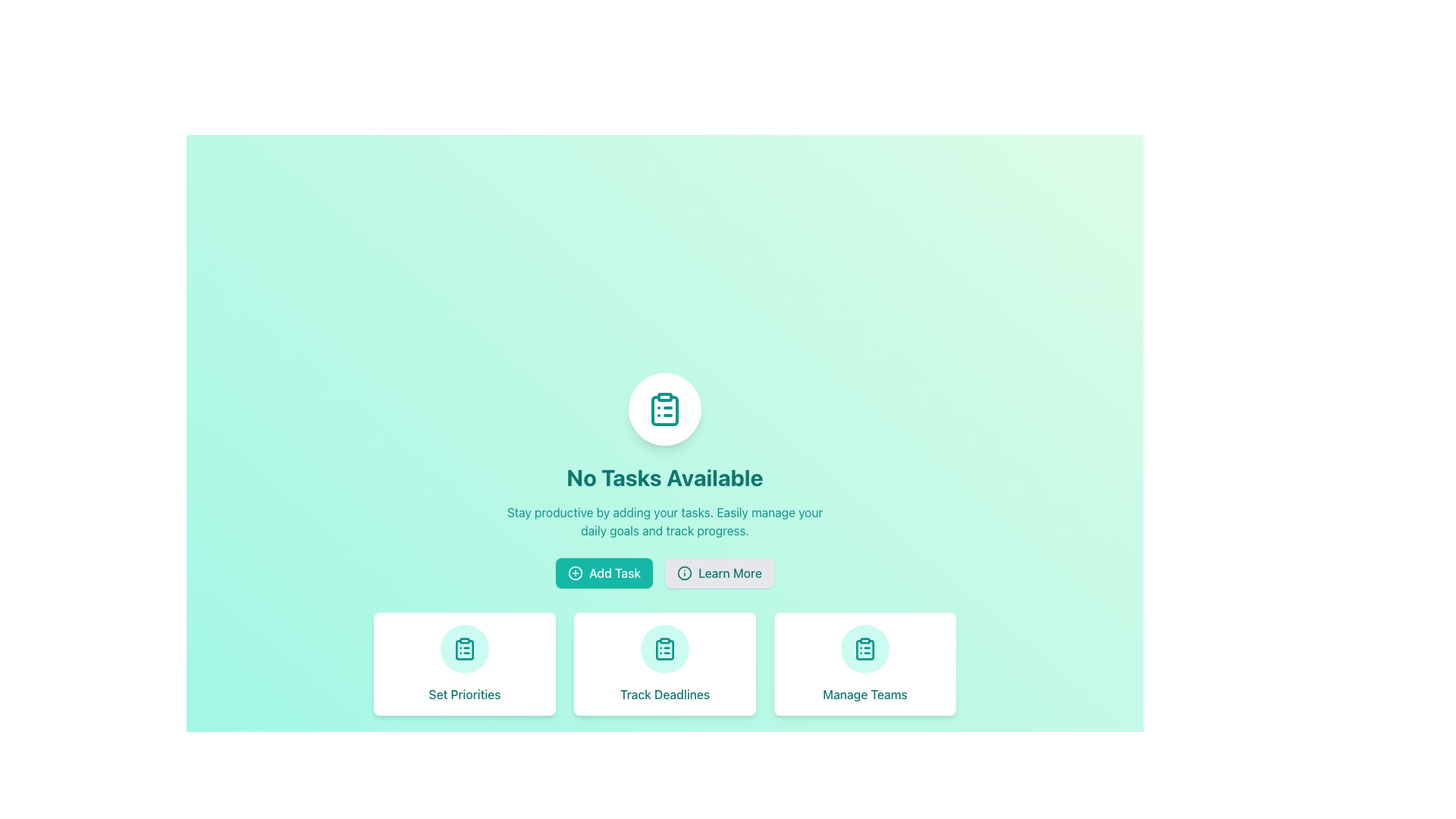 The height and width of the screenshot is (819, 1456). What do you see at coordinates (865, 694) in the screenshot?
I see `the 'Manage Teams' text label, which is displayed in teal-colored font within a white card, located at the bottom-right corner of the interface, below a clipboard icon` at bounding box center [865, 694].